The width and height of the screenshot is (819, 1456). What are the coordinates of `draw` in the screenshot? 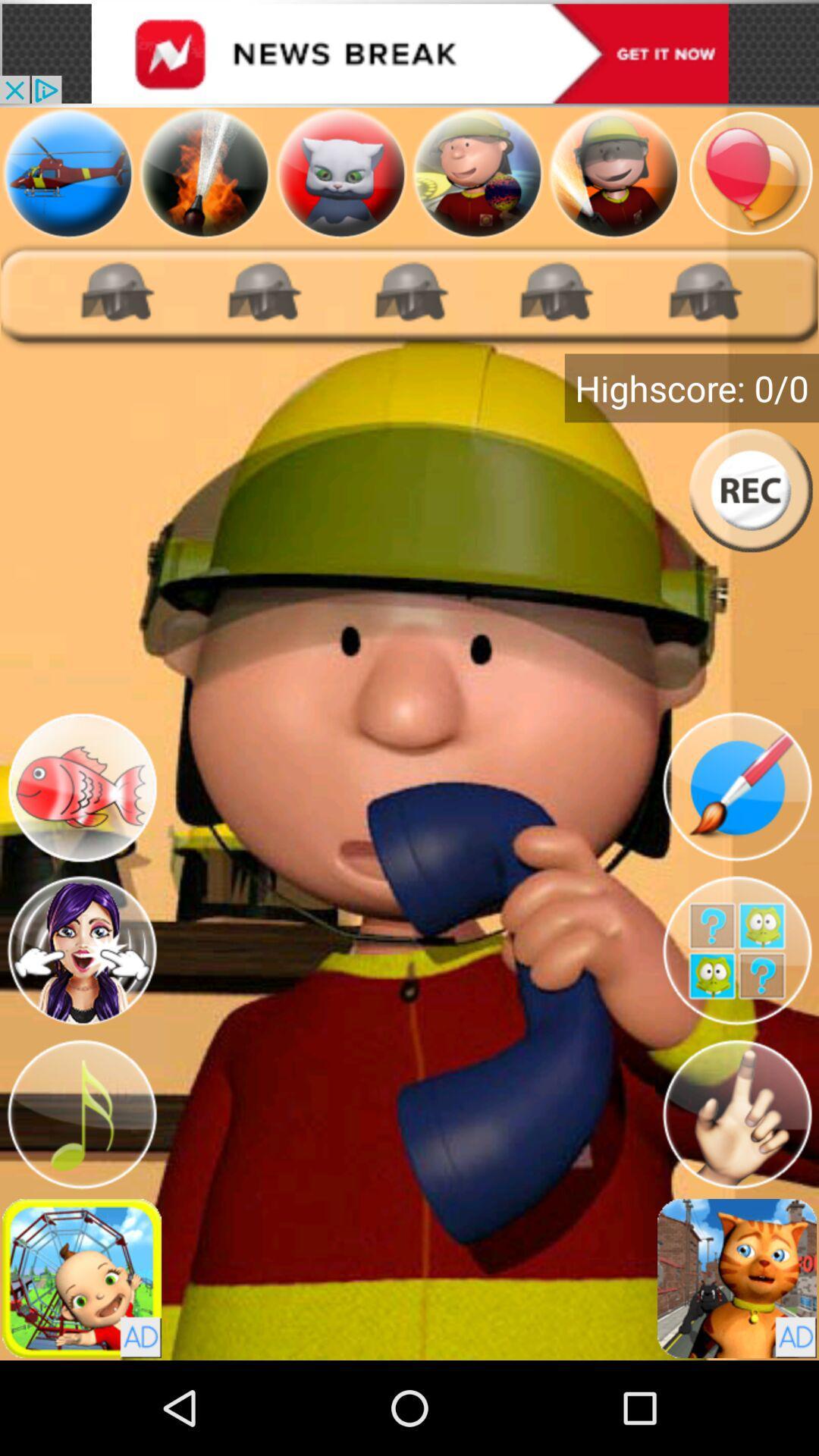 It's located at (736, 786).